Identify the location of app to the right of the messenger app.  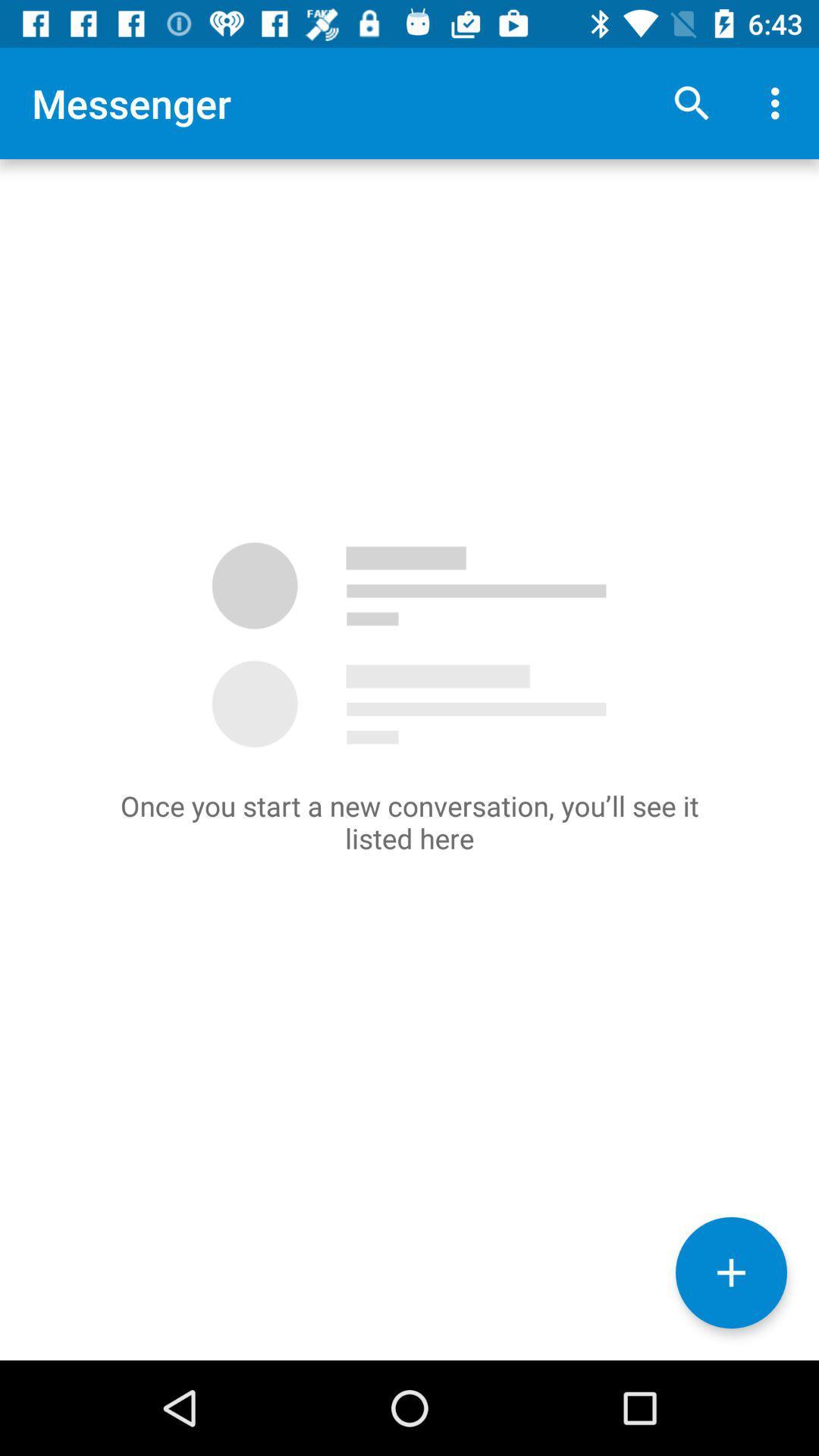
(691, 102).